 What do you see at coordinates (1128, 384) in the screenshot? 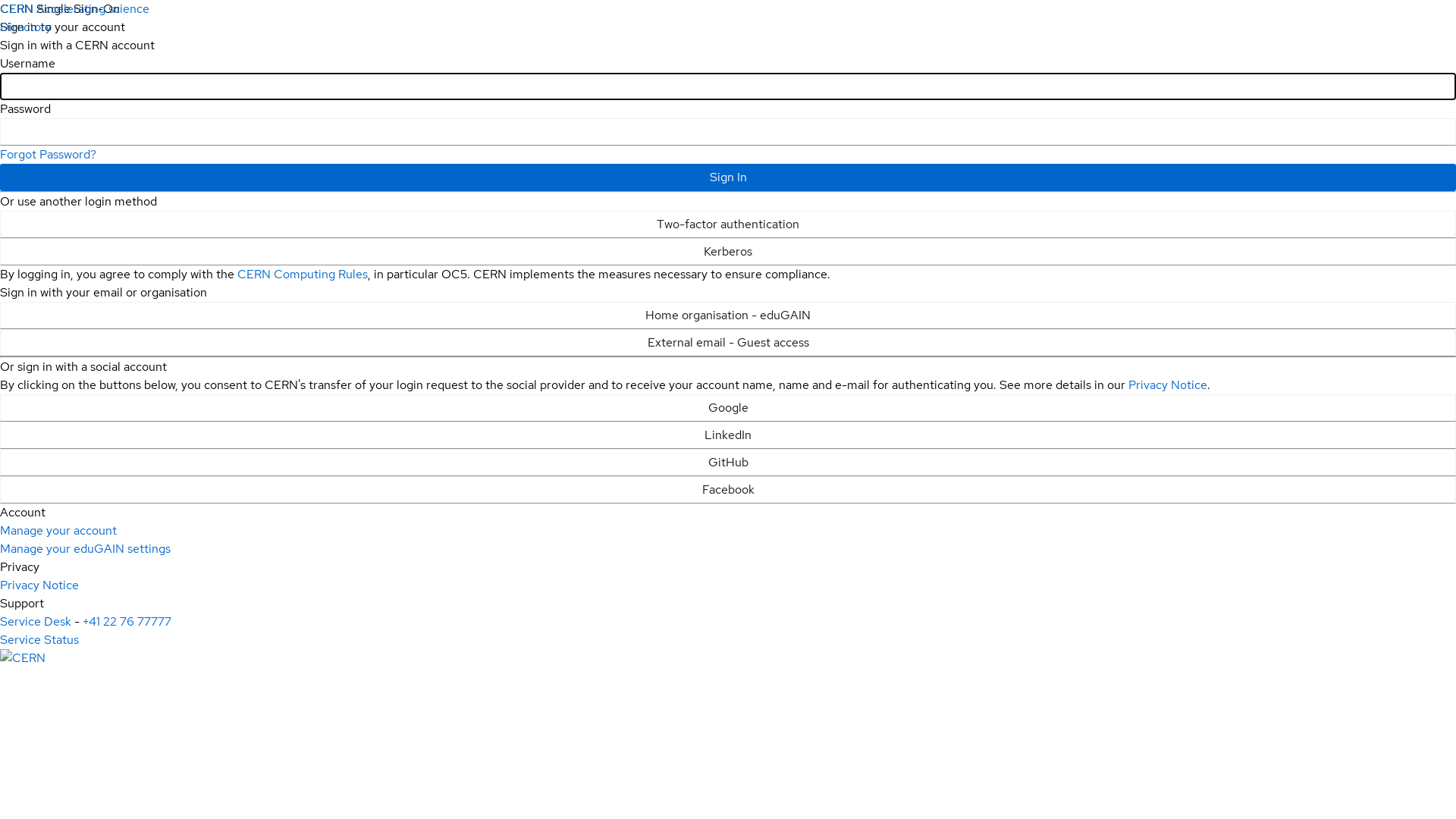
I see `'Privacy Notice'` at bounding box center [1128, 384].